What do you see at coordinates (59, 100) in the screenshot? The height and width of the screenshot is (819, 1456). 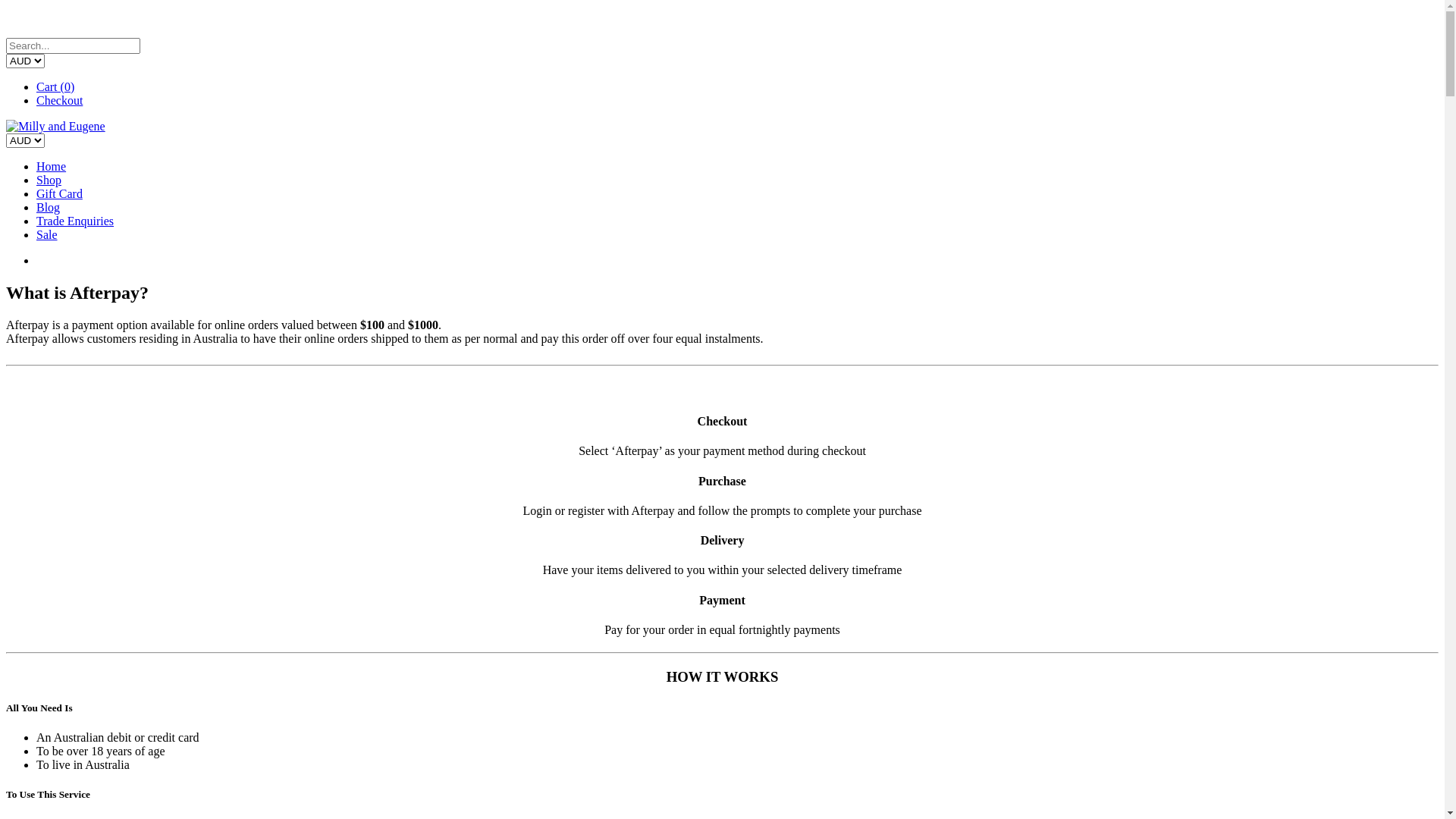 I see `'Checkout'` at bounding box center [59, 100].